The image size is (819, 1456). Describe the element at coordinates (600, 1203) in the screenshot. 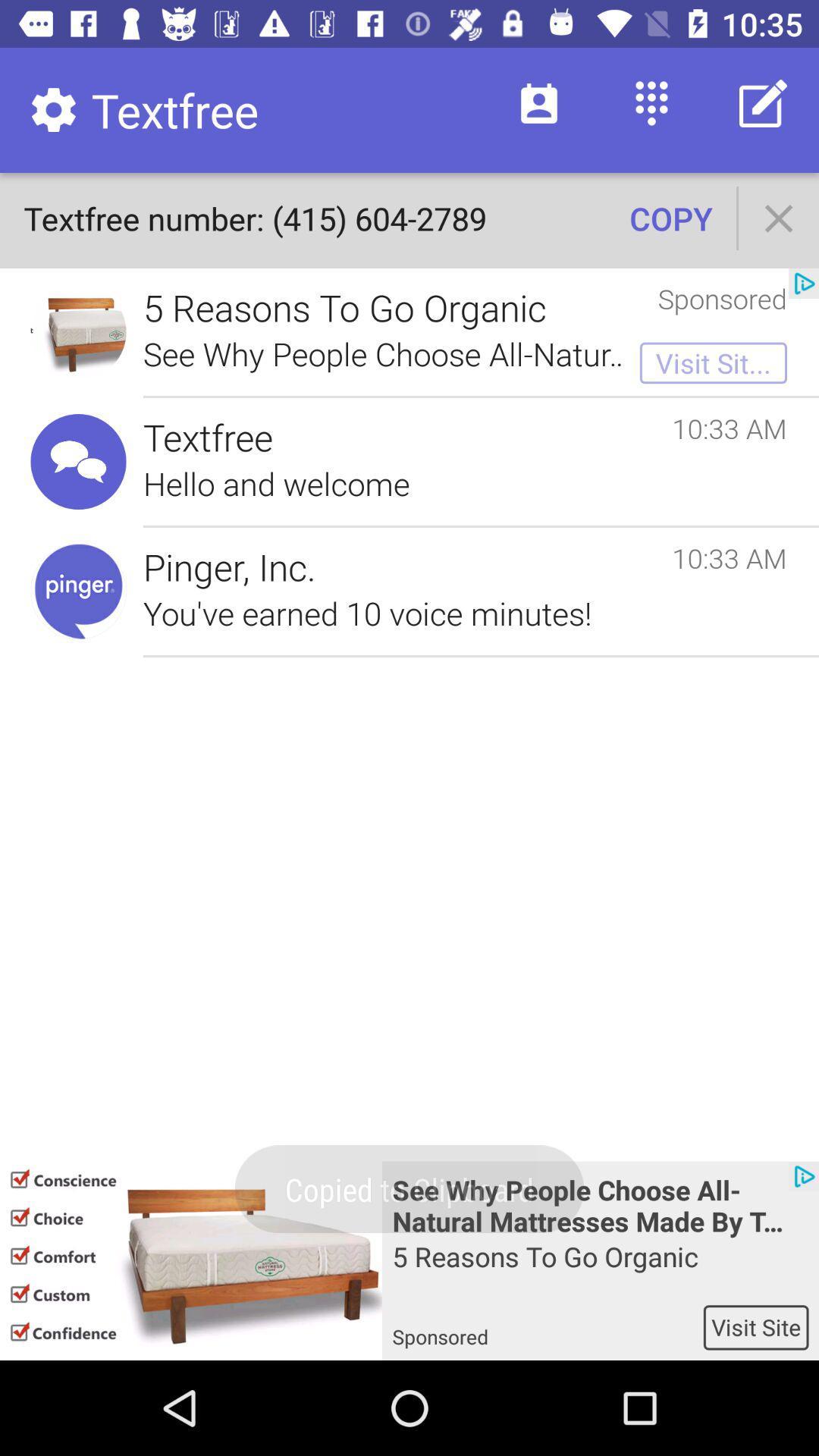

I see `the text above 5 reasons to go organic at bottom of the page` at that location.